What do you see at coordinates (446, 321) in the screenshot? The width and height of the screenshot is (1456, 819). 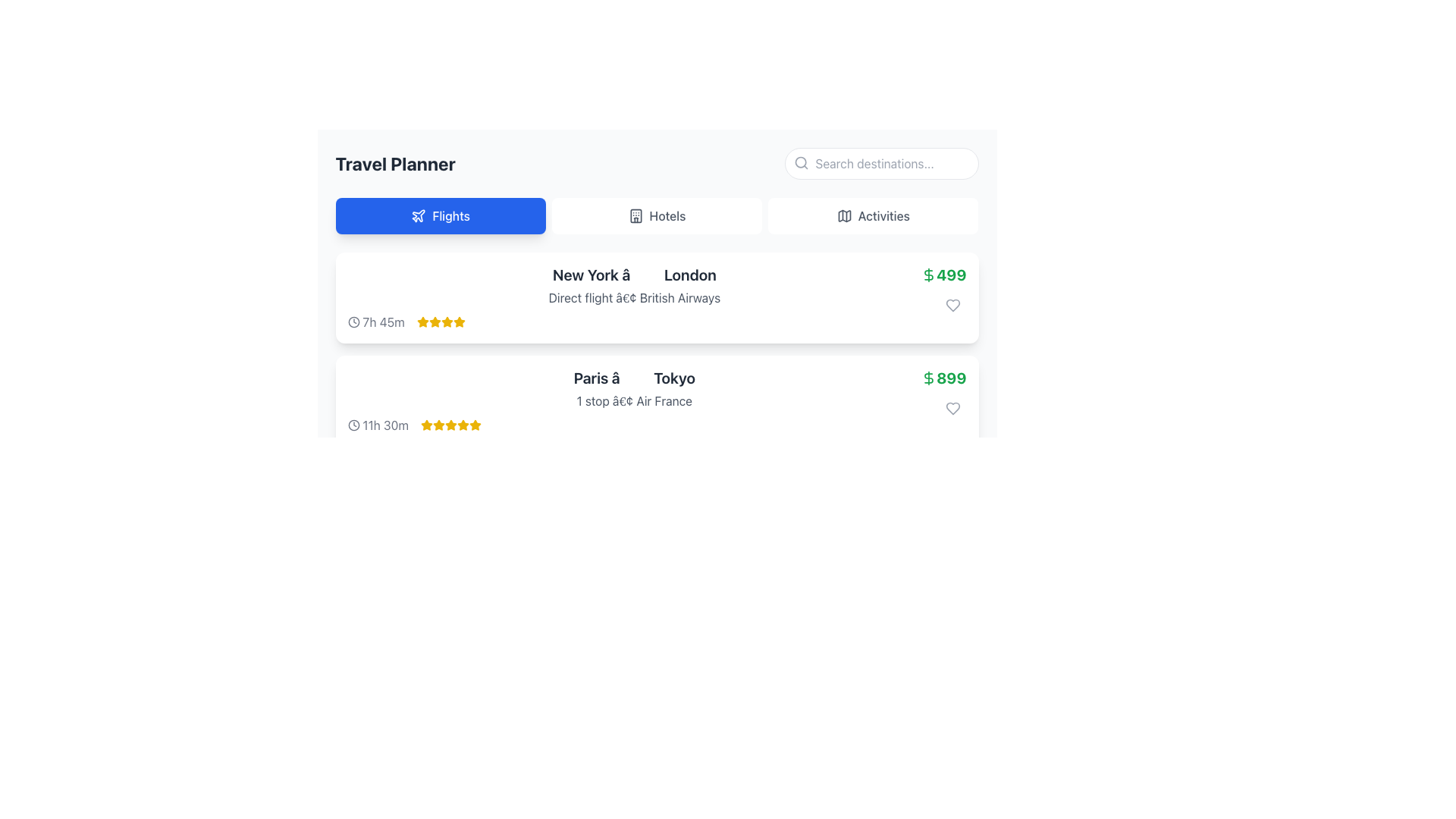 I see `the third star icon outlined in yellow, which represents a rating in the travel planning interface, located below the first item in the travel options list` at bounding box center [446, 321].